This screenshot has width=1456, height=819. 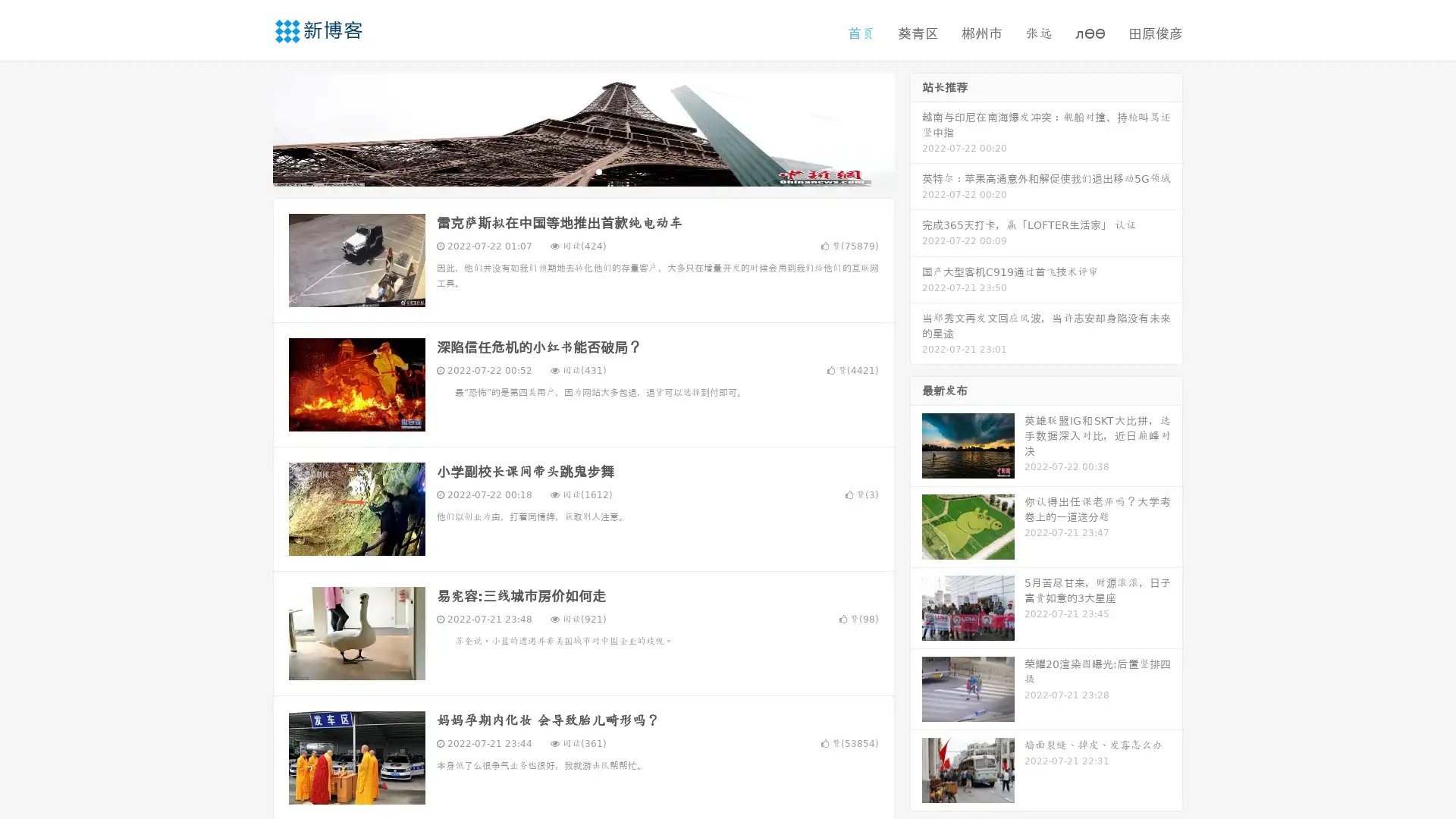 What do you see at coordinates (567, 171) in the screenshot?
I see `Go to slide 1` at bounding box center [567, 171].